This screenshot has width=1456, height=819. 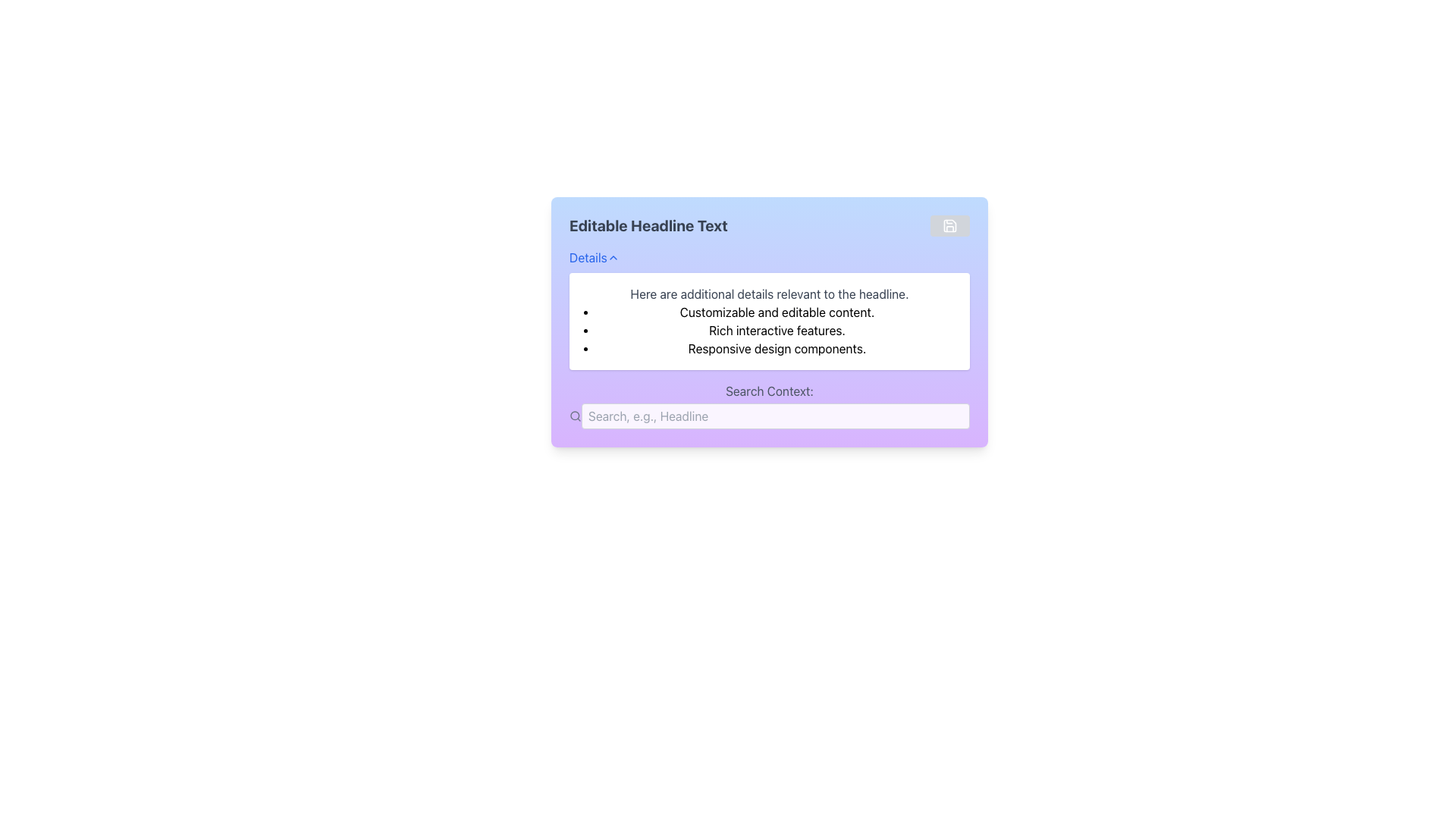 What do you see at coordinates (777, 312) in the screenshot?
I see `the text element reading 'Customizable and editable content.' which is the first item in a bulleted list below the header 'Editable Headline Text.'` at bounding box center [777, 312].